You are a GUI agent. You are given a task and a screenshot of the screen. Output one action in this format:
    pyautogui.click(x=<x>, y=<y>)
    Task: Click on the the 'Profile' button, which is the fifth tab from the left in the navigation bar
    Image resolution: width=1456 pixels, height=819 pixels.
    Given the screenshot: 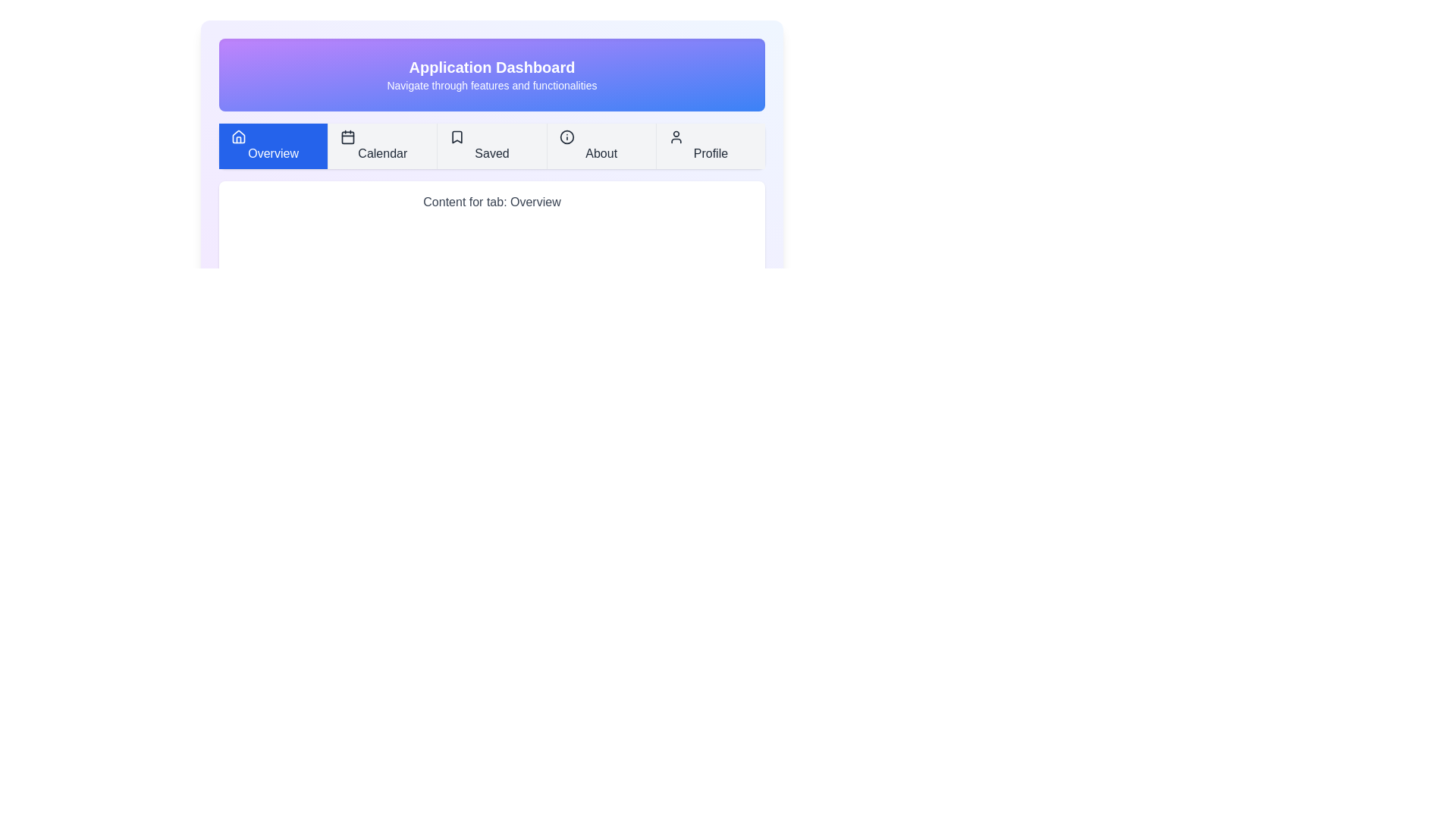 What is the action you would take?
    pyautogui.click(x=709, y=146)
    